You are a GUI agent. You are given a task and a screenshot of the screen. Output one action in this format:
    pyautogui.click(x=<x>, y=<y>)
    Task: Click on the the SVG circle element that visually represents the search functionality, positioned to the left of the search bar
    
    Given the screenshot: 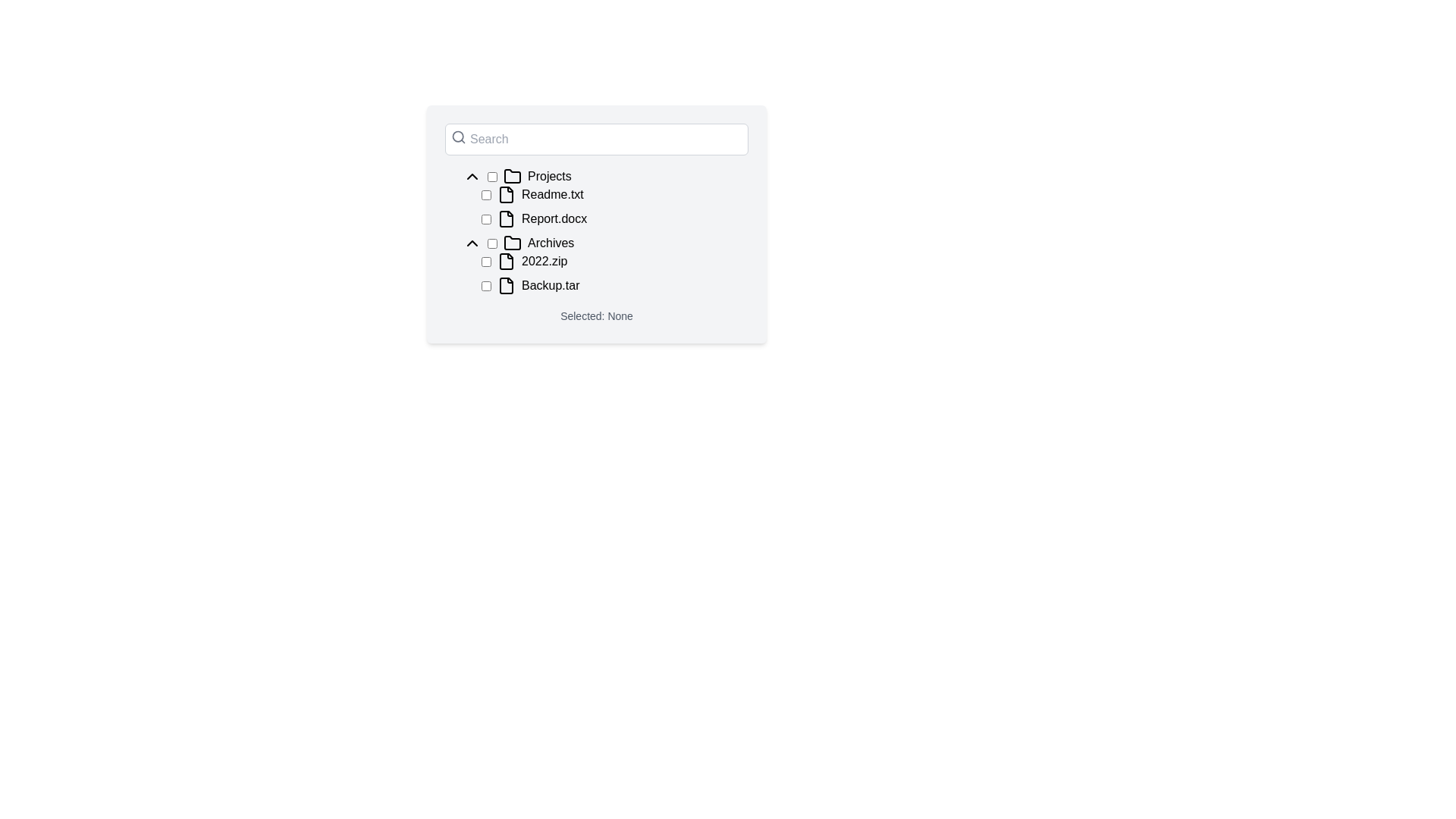 What is the action you would take?
    pyautogui.click(x=457, y=136)
    